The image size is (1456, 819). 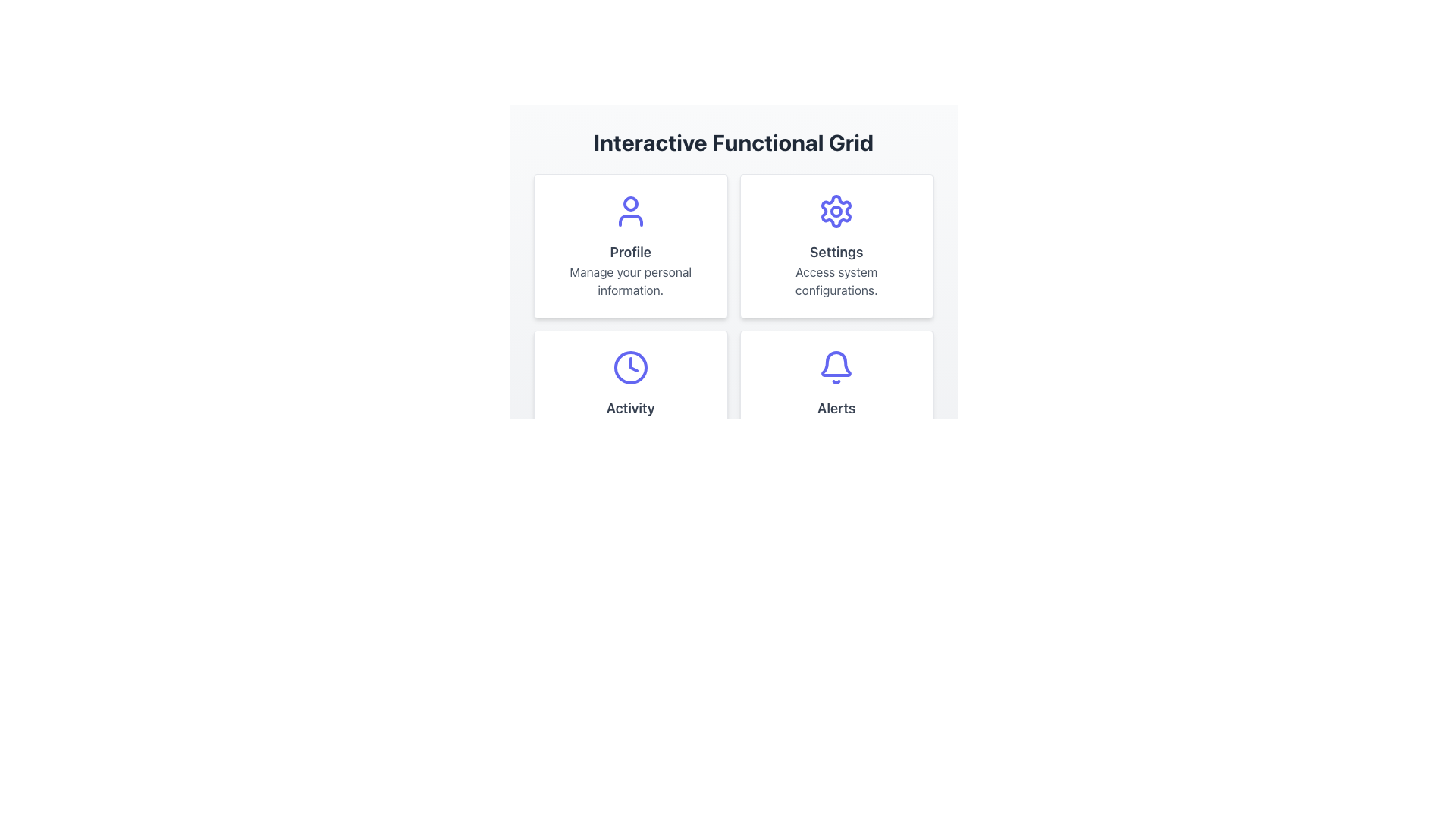 What do you see at coordinates (630, 211) in the screenshot?
I see `the user profile icon located at the top-center of the 'Profile' box, which is associated with managing personal data` at bounding box center [630, 211].